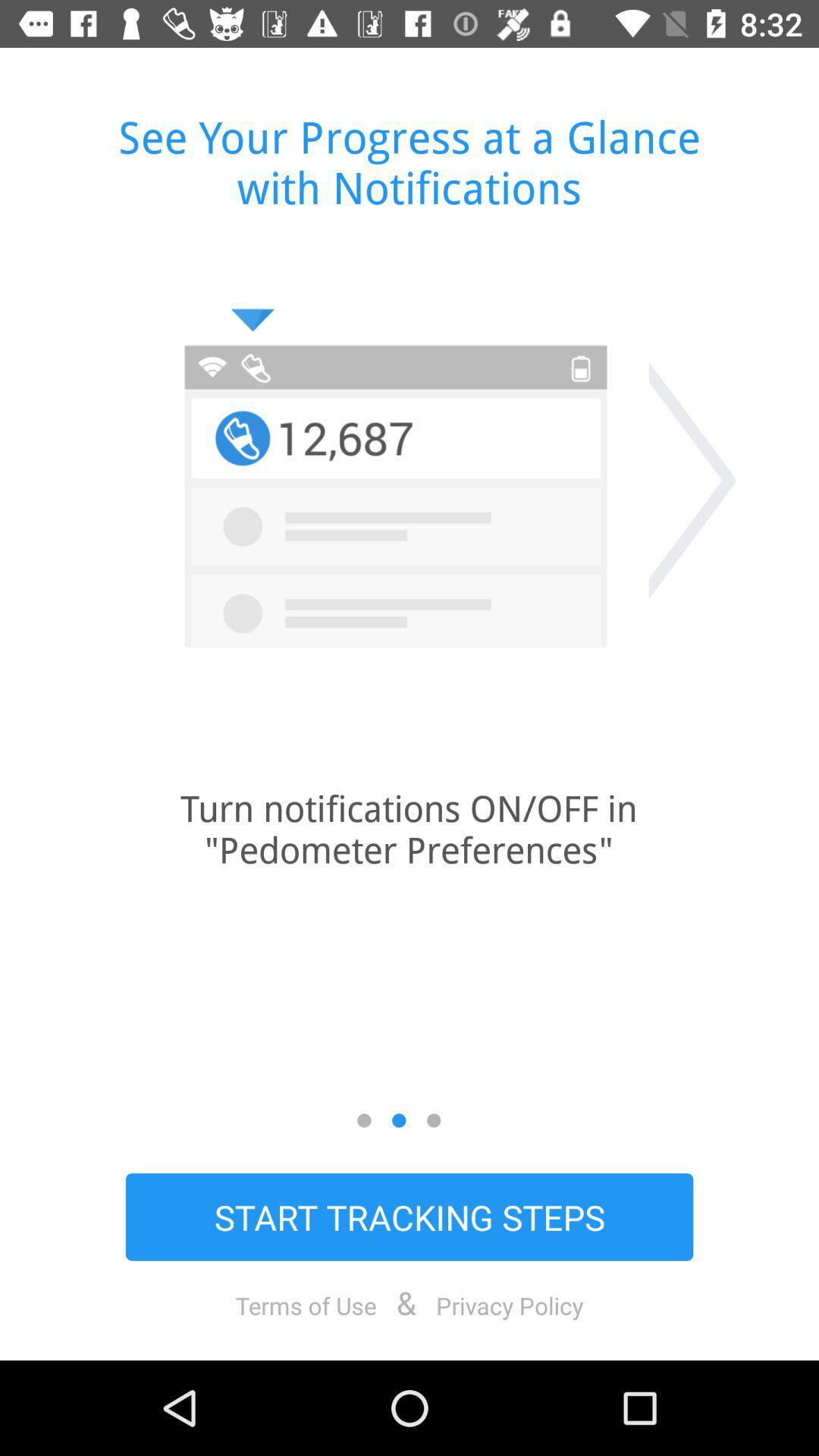  I want to click on icon below start tracking steps item, so click(306, 1304).